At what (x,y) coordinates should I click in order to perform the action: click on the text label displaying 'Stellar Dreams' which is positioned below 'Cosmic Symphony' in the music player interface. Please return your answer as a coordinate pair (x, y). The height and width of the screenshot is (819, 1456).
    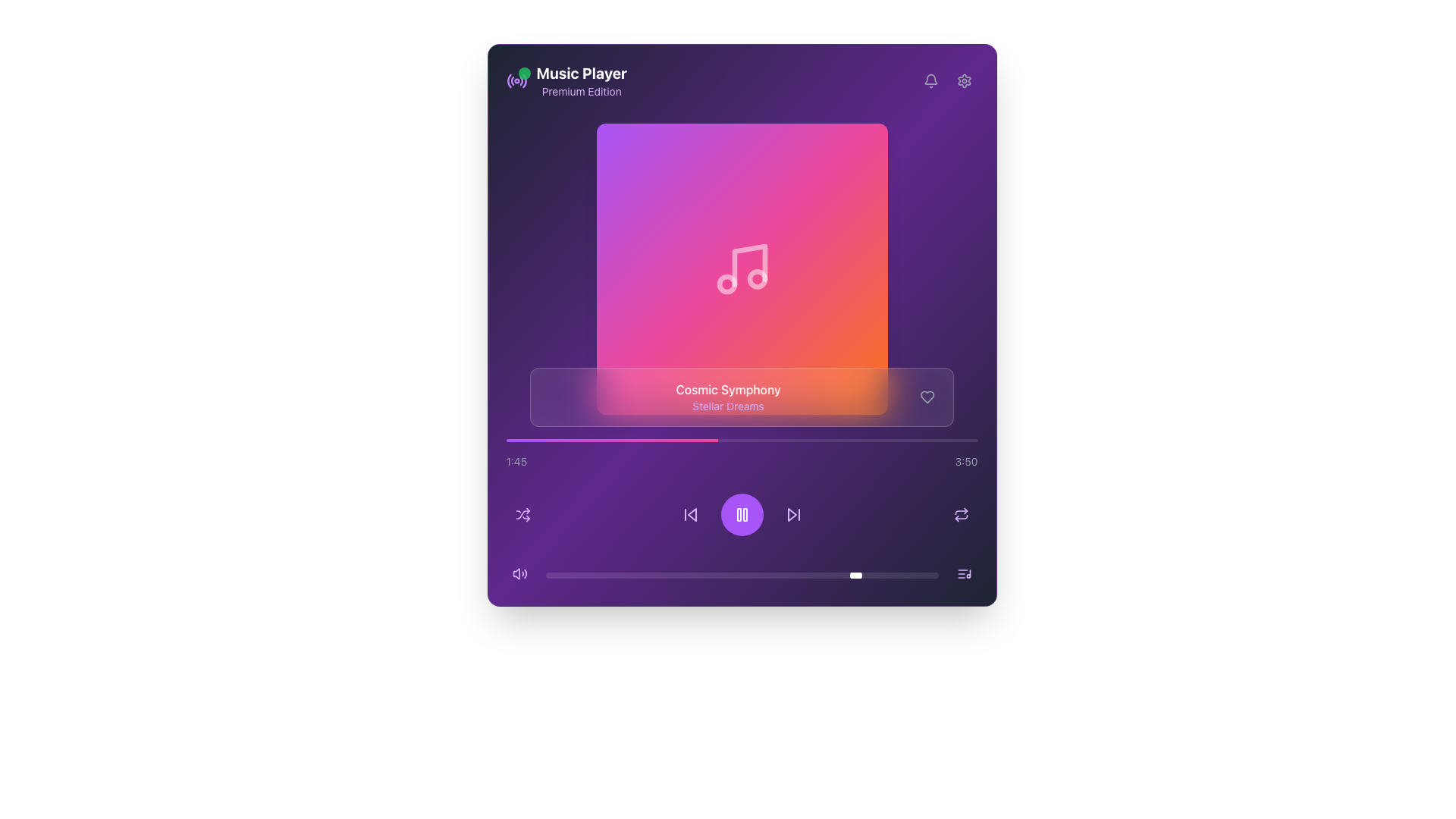
    Looking at the image, I should click on (728, 406).